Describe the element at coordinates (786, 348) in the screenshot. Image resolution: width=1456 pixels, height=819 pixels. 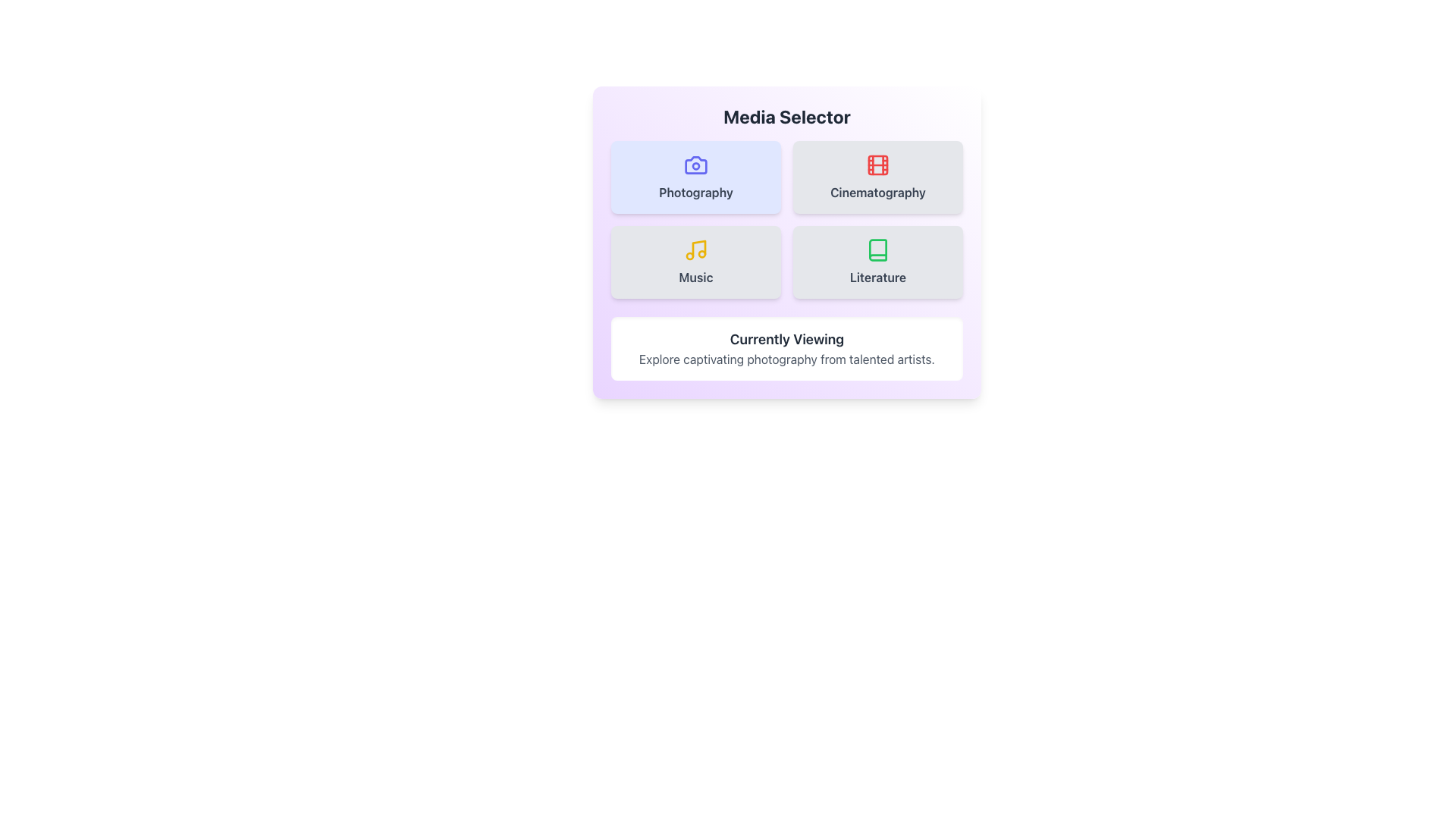
I see `the Informational Text Block that displays 'Currently Viewing' and additional information, located at the bottom of the 'Media Selector' section` at that location.